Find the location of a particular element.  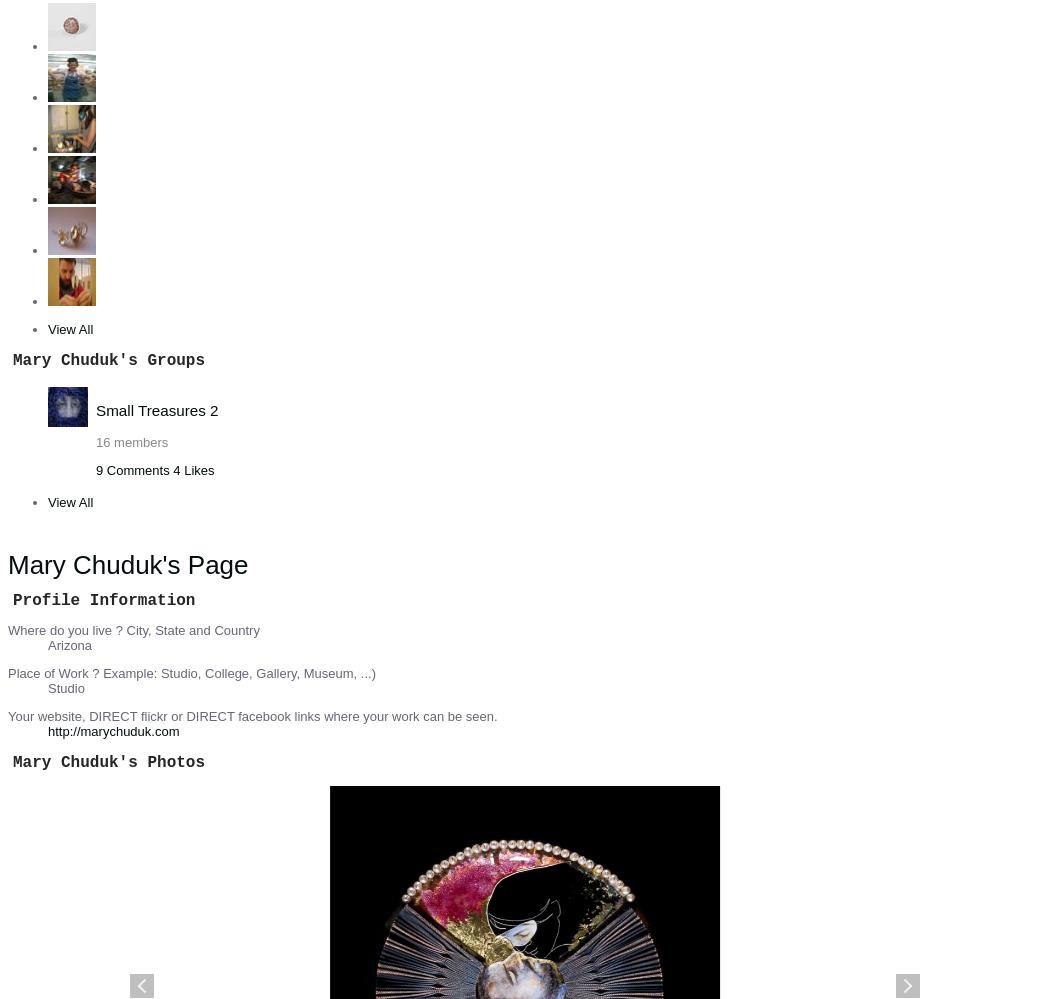

'Where do you live ? City, State and Country' is located at coordinates (132, 629).